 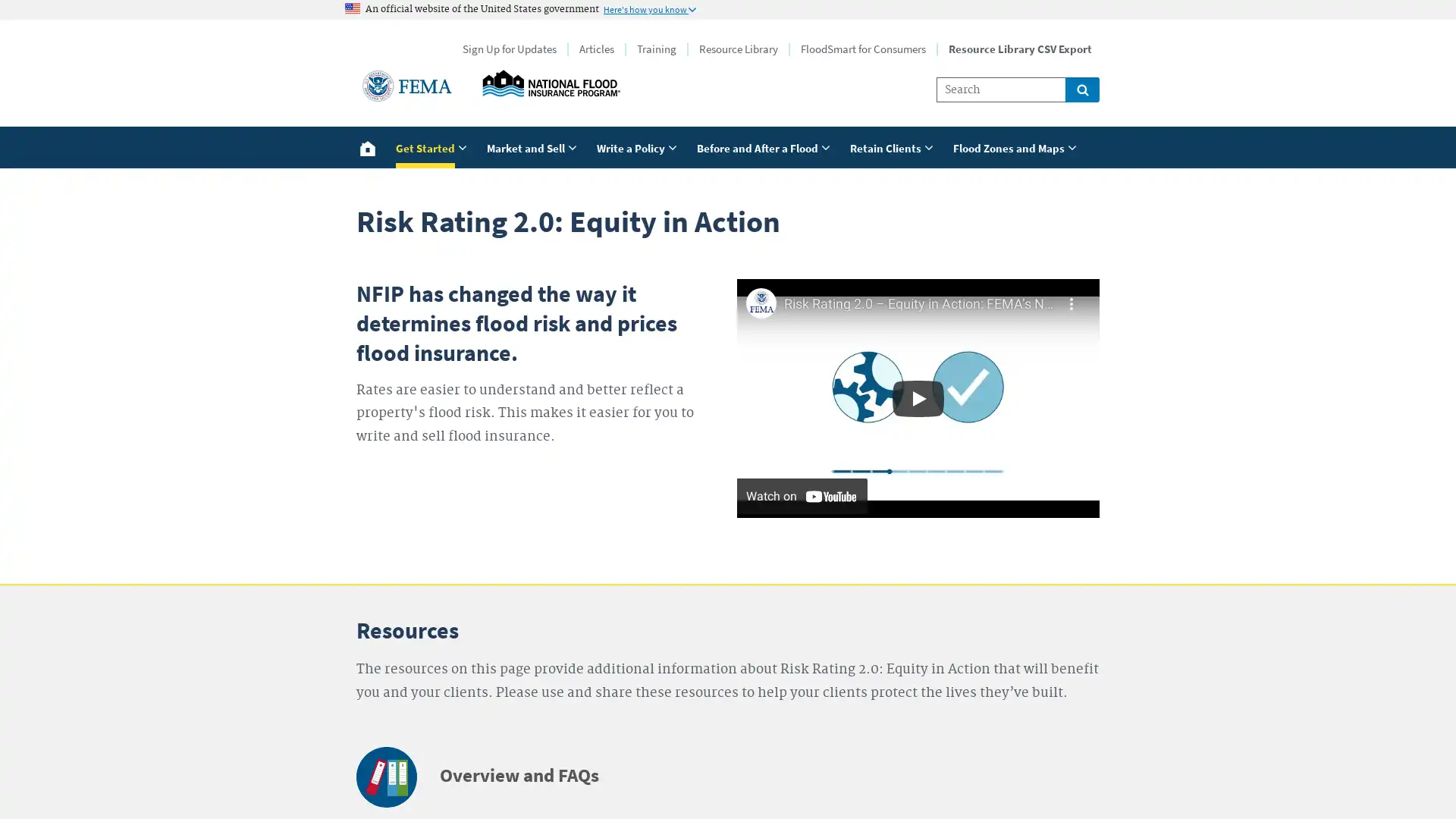 I want to click on Use <enter> and shift + <enter> to open and close the drop down to sub-menus, so click(x=534, y=146).